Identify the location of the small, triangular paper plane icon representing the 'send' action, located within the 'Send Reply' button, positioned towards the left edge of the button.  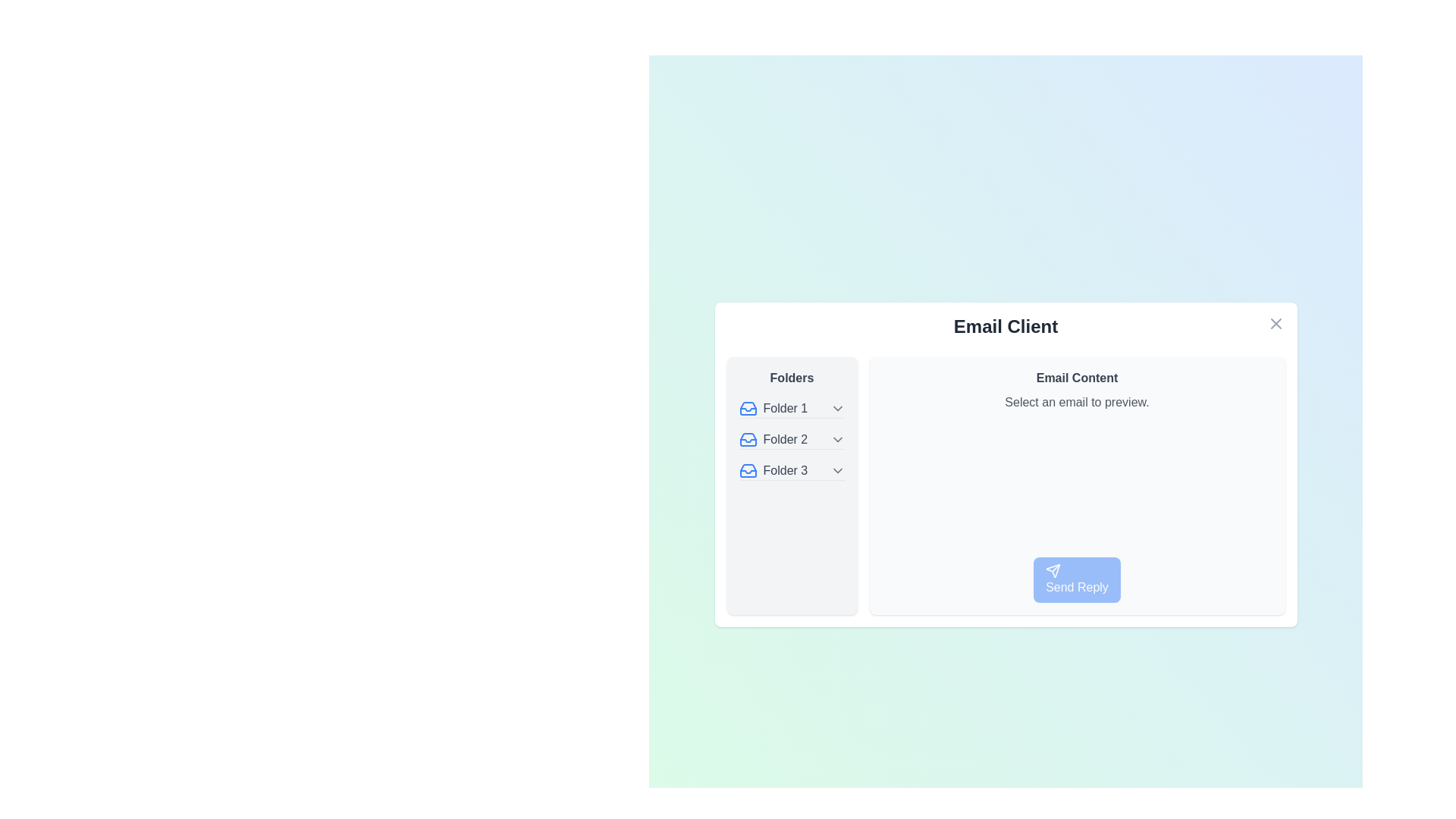
(1053, 570).